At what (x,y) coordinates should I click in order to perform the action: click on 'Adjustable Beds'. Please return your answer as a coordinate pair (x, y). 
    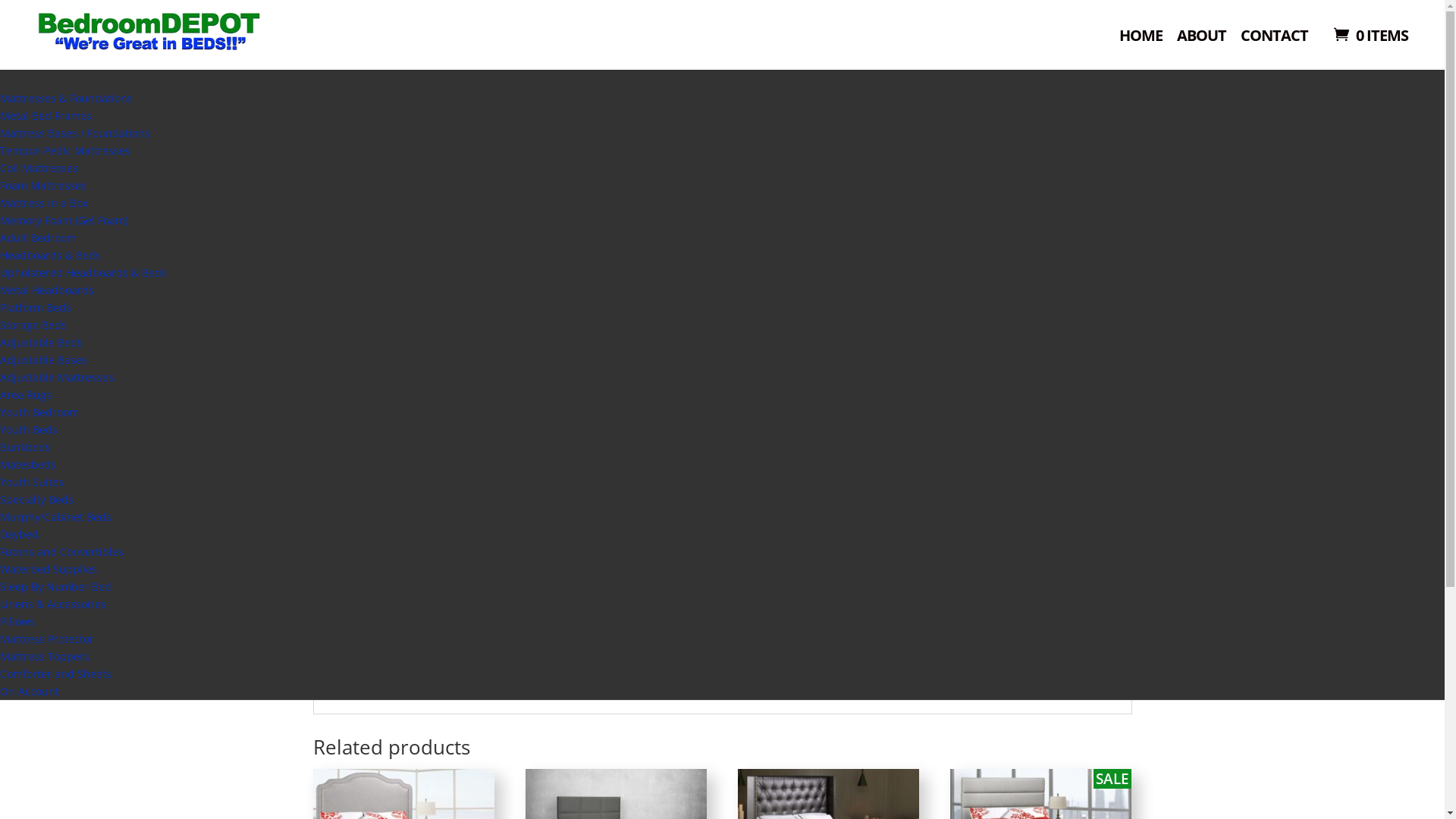
    Looking at the image, I should click on (41, 342).